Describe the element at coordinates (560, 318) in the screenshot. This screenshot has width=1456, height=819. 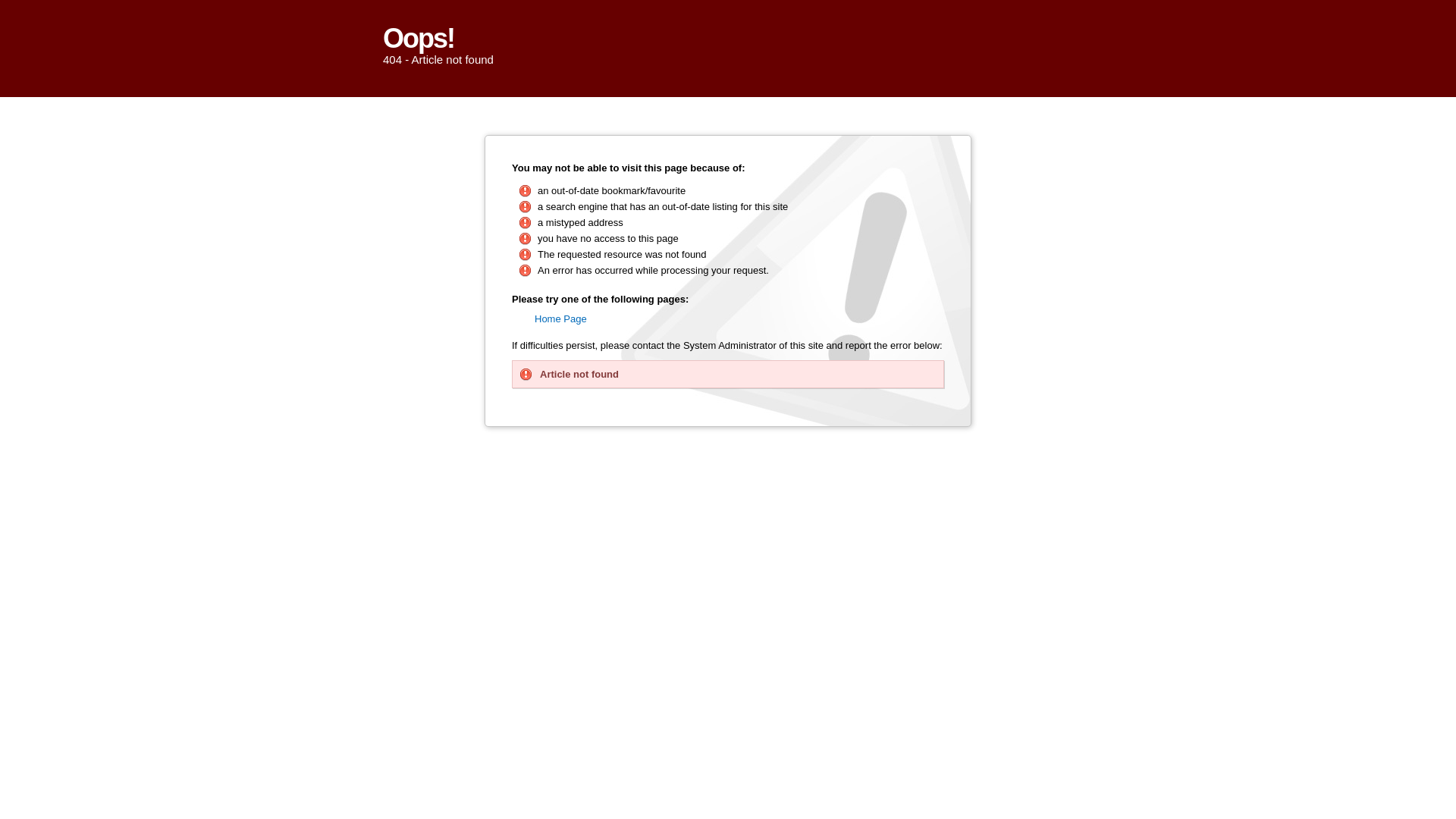
I see `'Home Page'` at that location.